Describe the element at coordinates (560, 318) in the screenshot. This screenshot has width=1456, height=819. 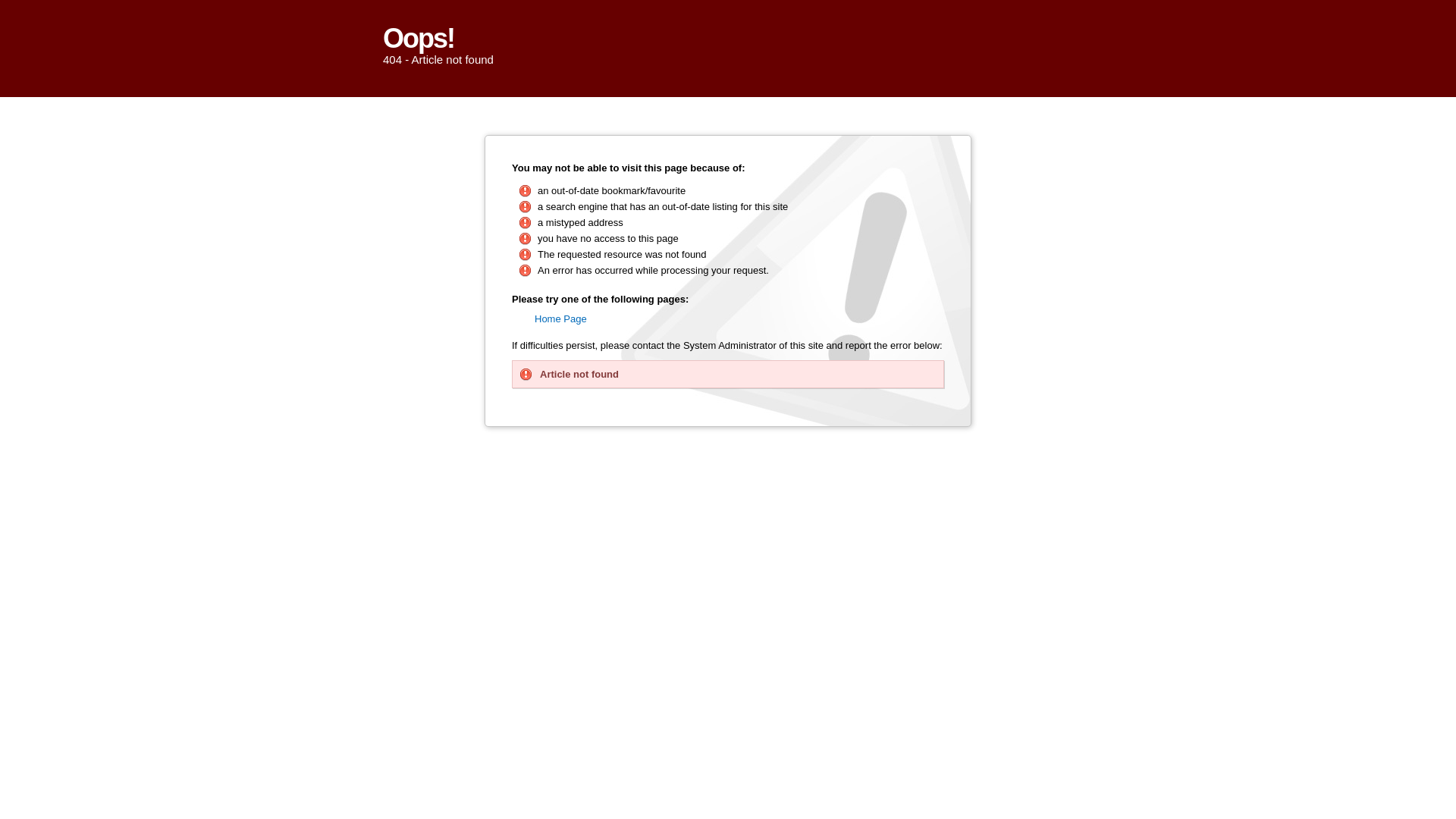
I see `'Home Page'` at that location.